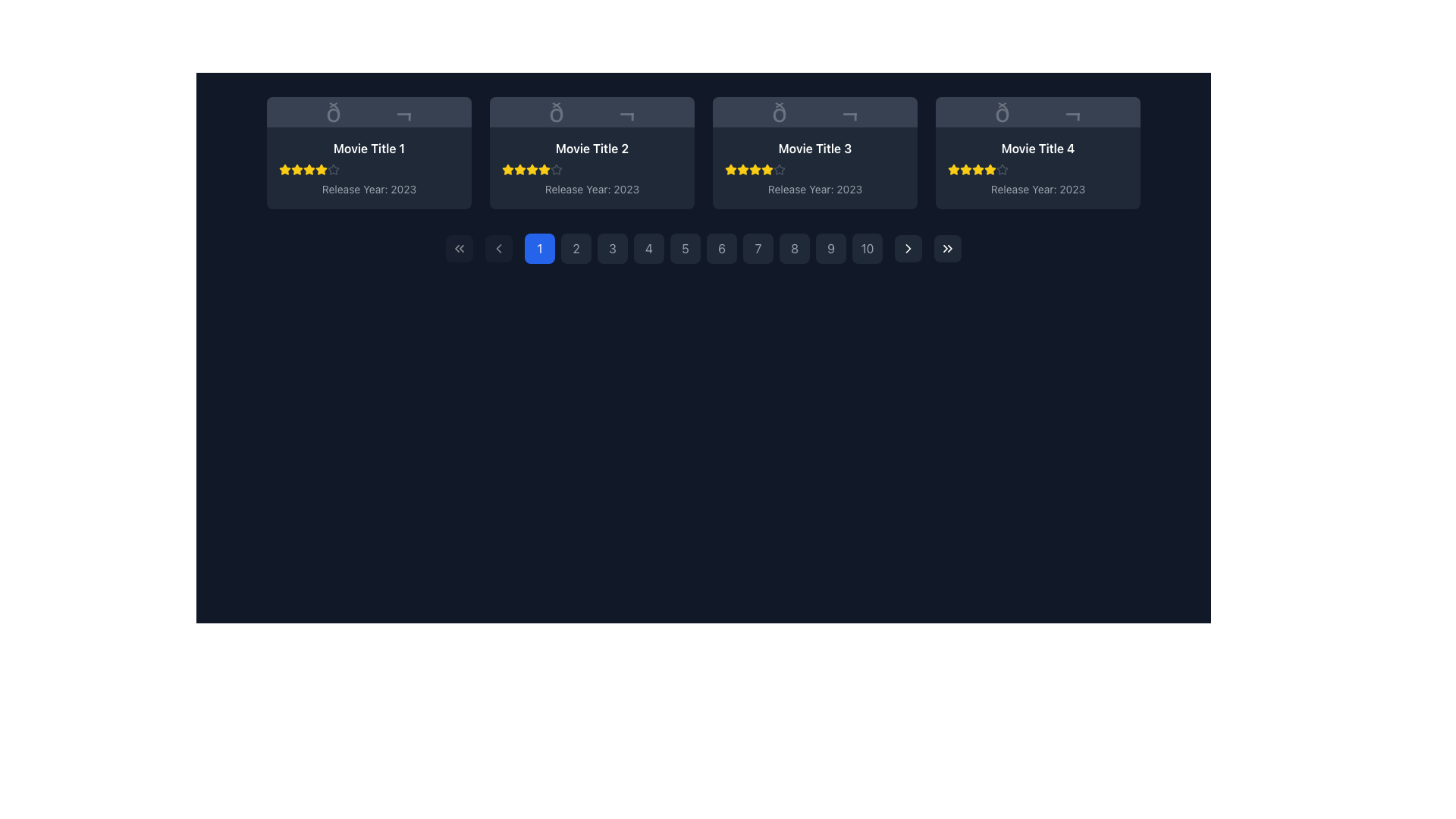 This screenshot has width=1456, height=819. What do you see at coordinates (702, 247) in the screenshot?
I see `the pagination button labeled '6'` at bounding box center [702, 247].